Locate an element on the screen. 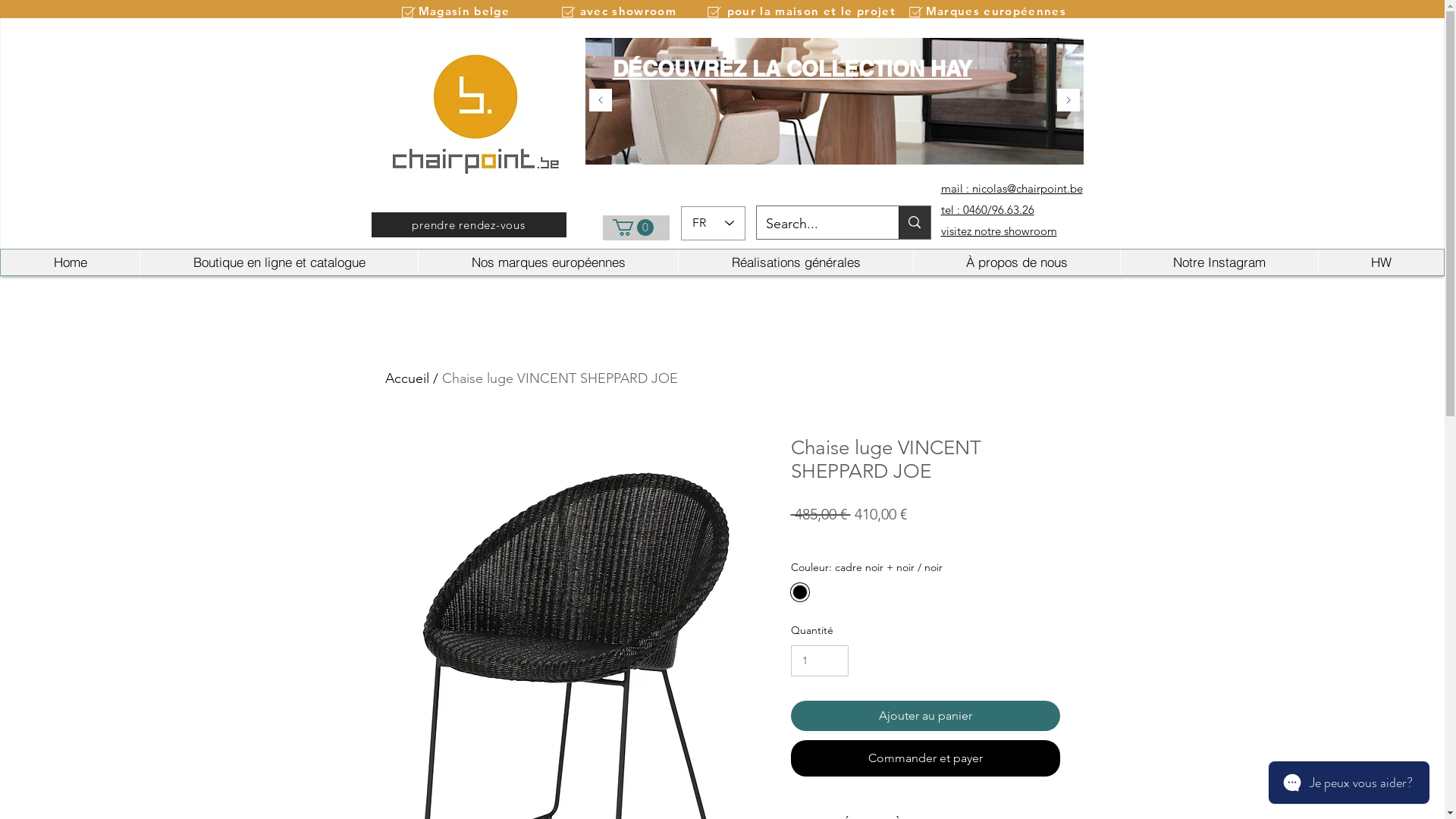 The height and width of the screenshot is (819, 1456). 'Boutique en ligne et catalogue' is located at coordinates (278, 262).